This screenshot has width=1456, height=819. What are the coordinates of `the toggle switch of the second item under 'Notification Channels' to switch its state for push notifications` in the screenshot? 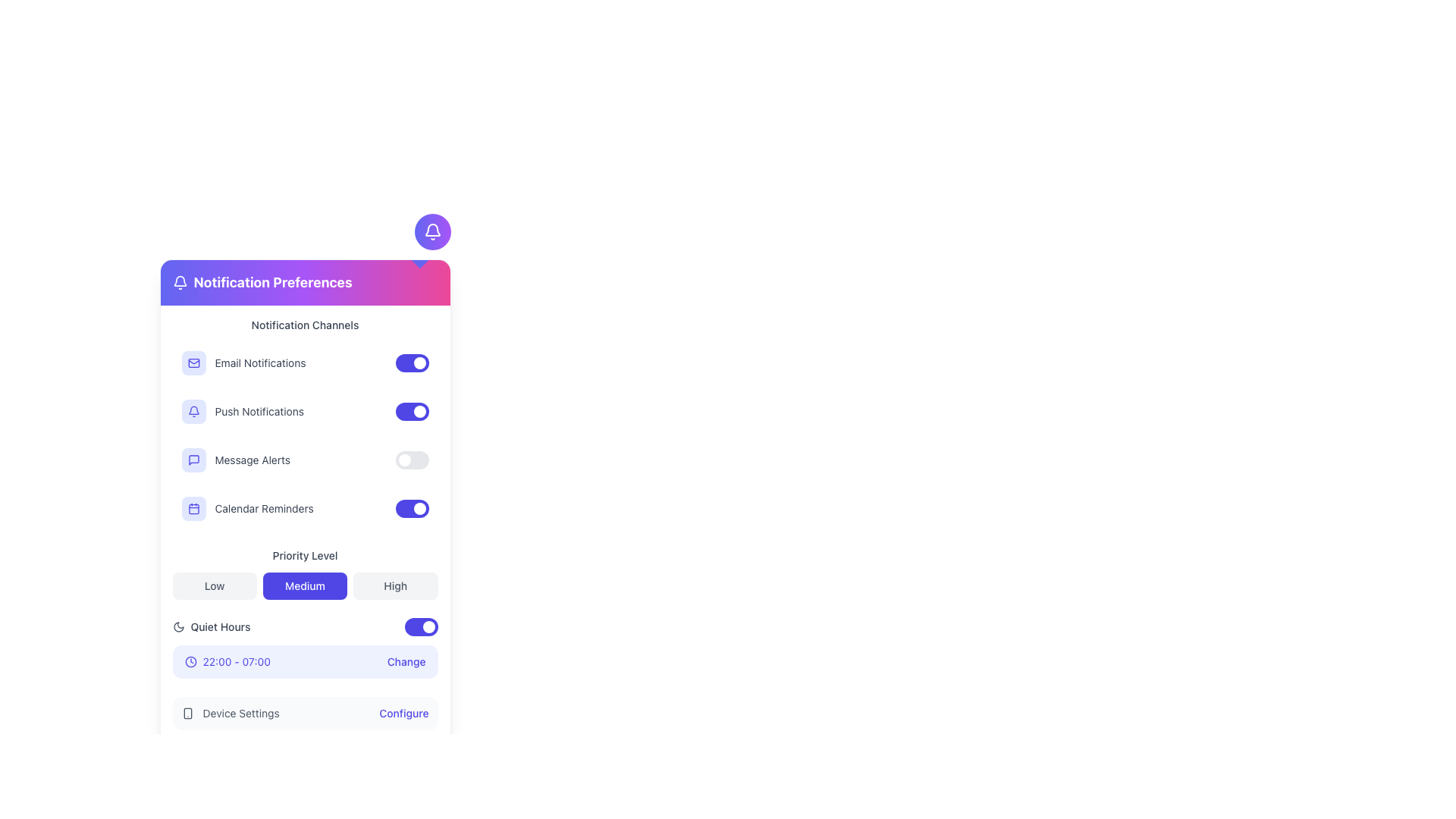 It's located at (304, 412).